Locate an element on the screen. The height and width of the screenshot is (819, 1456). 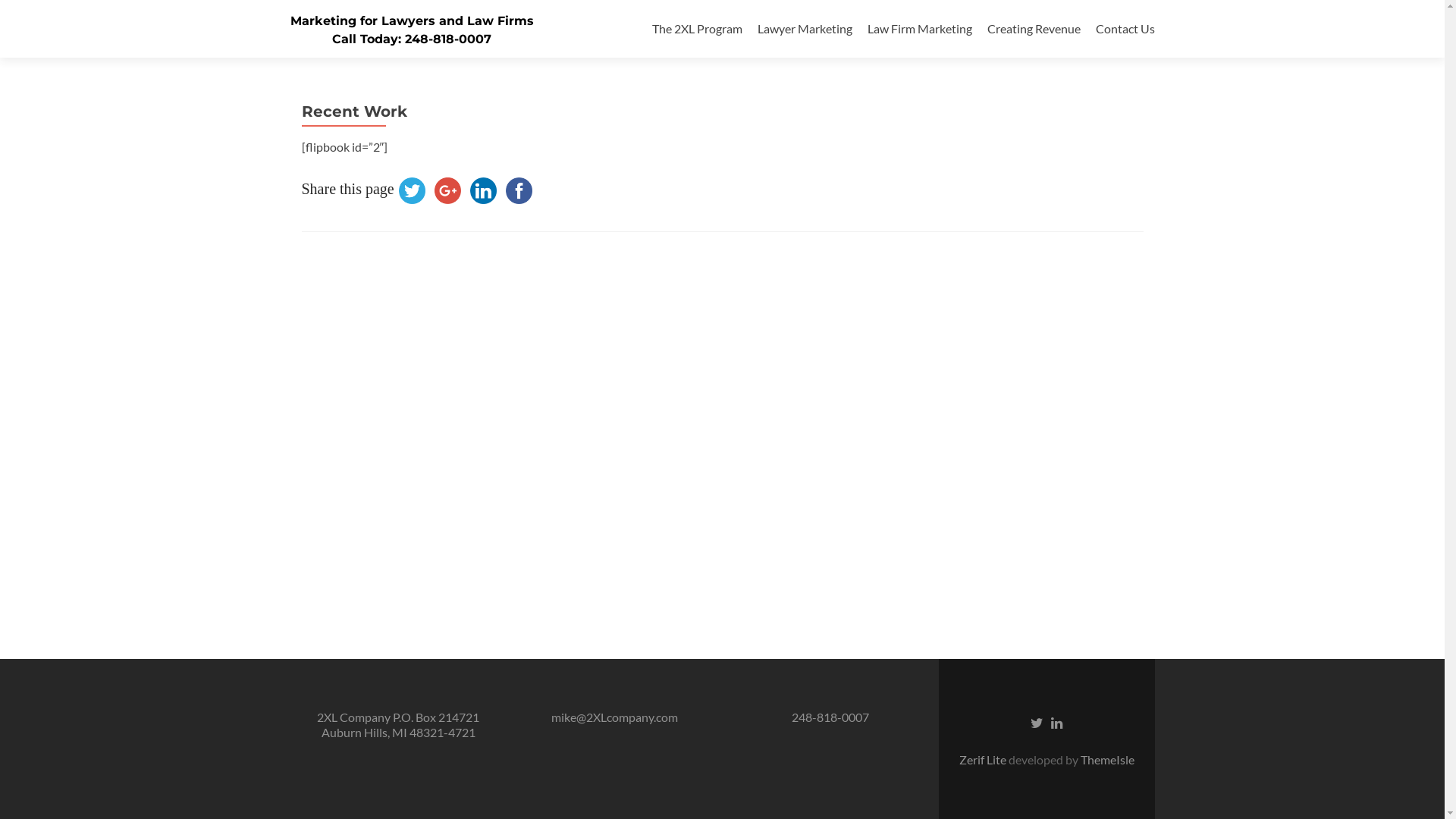
'Creating Revenue' is located at coordinates (987, 28).